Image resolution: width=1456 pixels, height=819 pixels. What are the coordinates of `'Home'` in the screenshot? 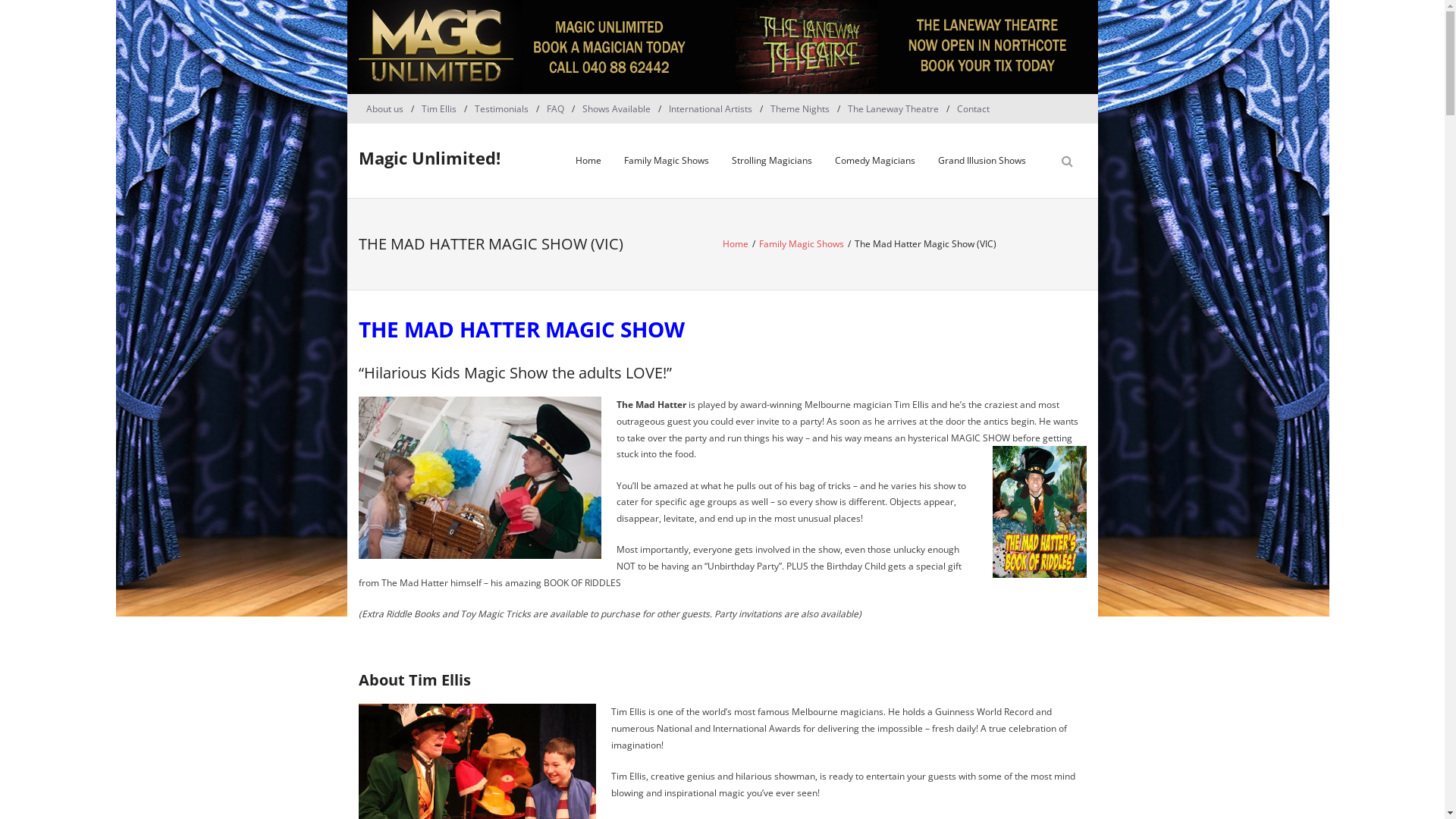 It's located at (735, 243).